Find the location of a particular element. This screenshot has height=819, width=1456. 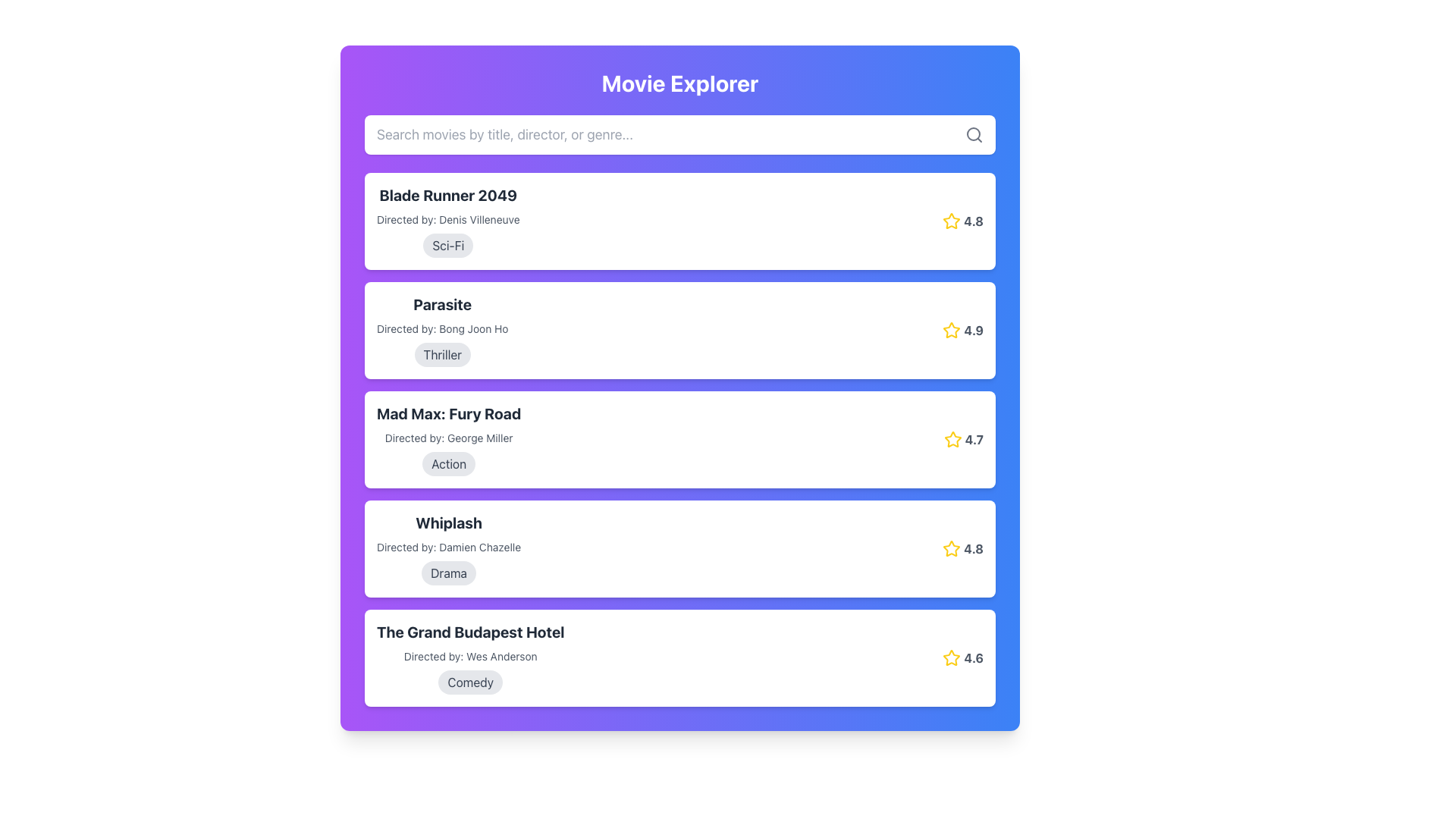

rating value displayed in the text label located to the right of the yellow star icon for 'The Grand Budapest Hotel' movie entry is located at coordinates (974, 657).